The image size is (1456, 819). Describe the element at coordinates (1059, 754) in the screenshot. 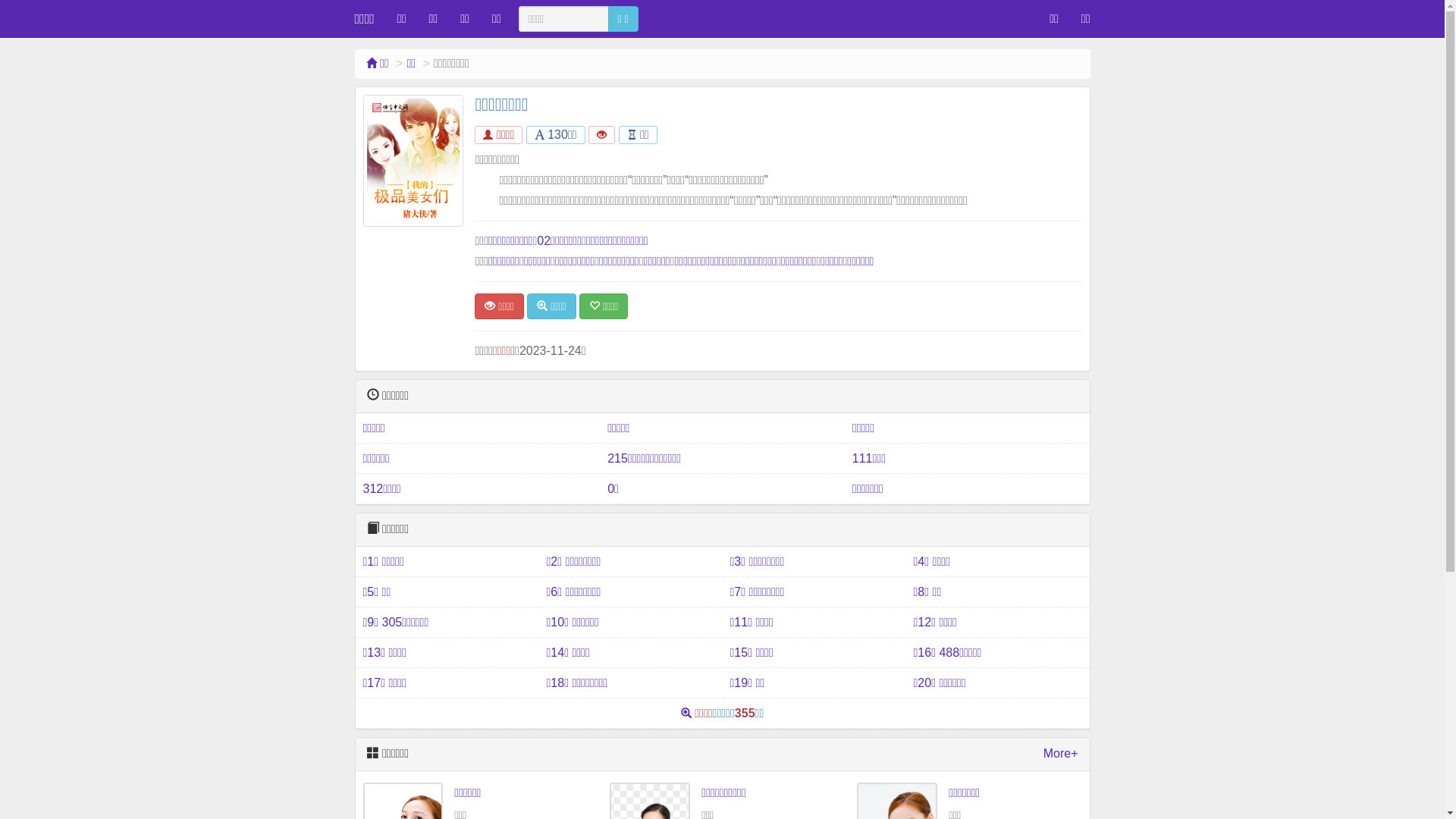

I see `'More+'` at that location.